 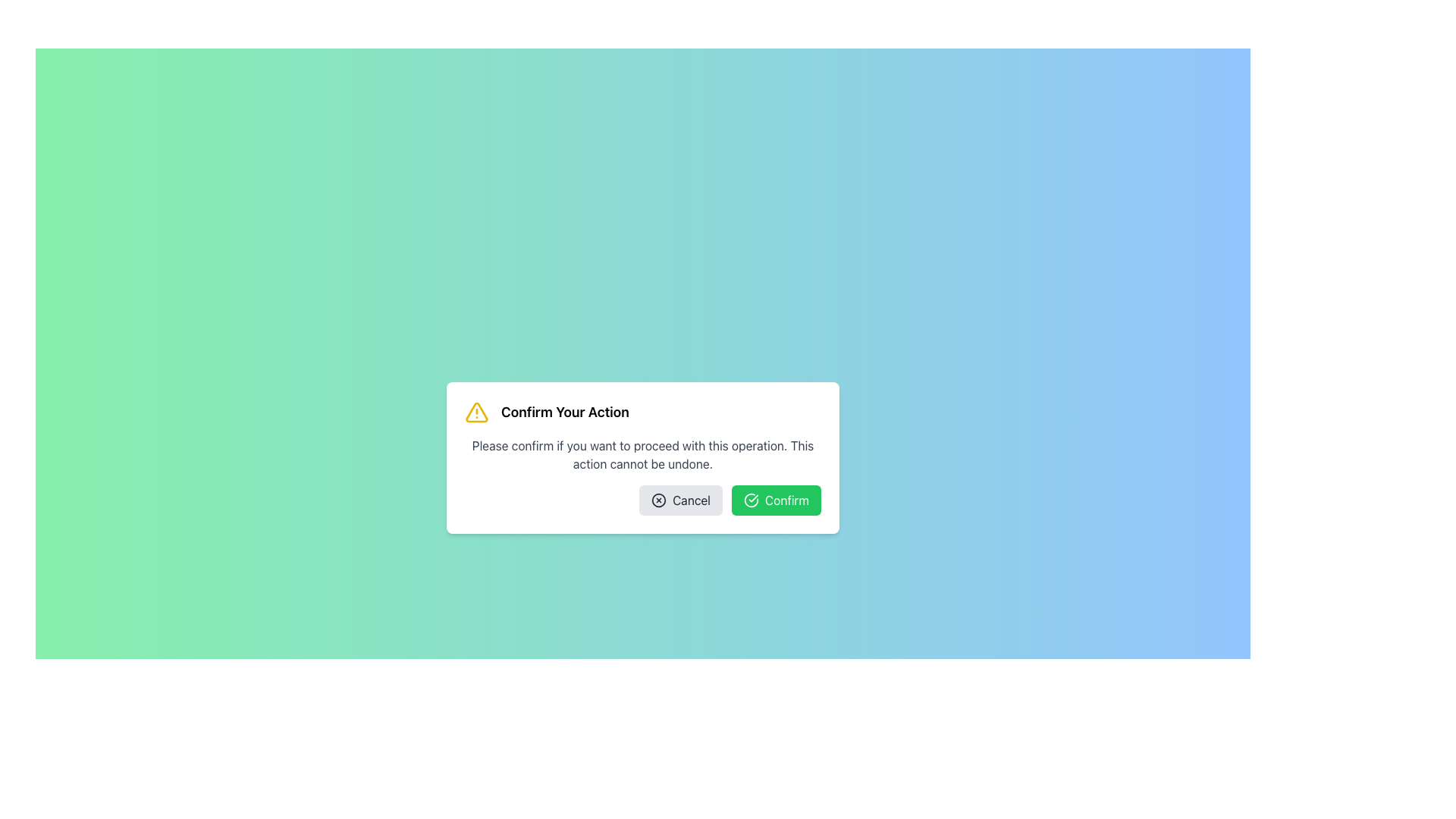 What do you see at coordinates (643, 500) in the screenshot?
I see `the button group located at the bottom section of the confirmation dialog to interact with the cancel or confirm buttons` at bounding box center [643, 500].